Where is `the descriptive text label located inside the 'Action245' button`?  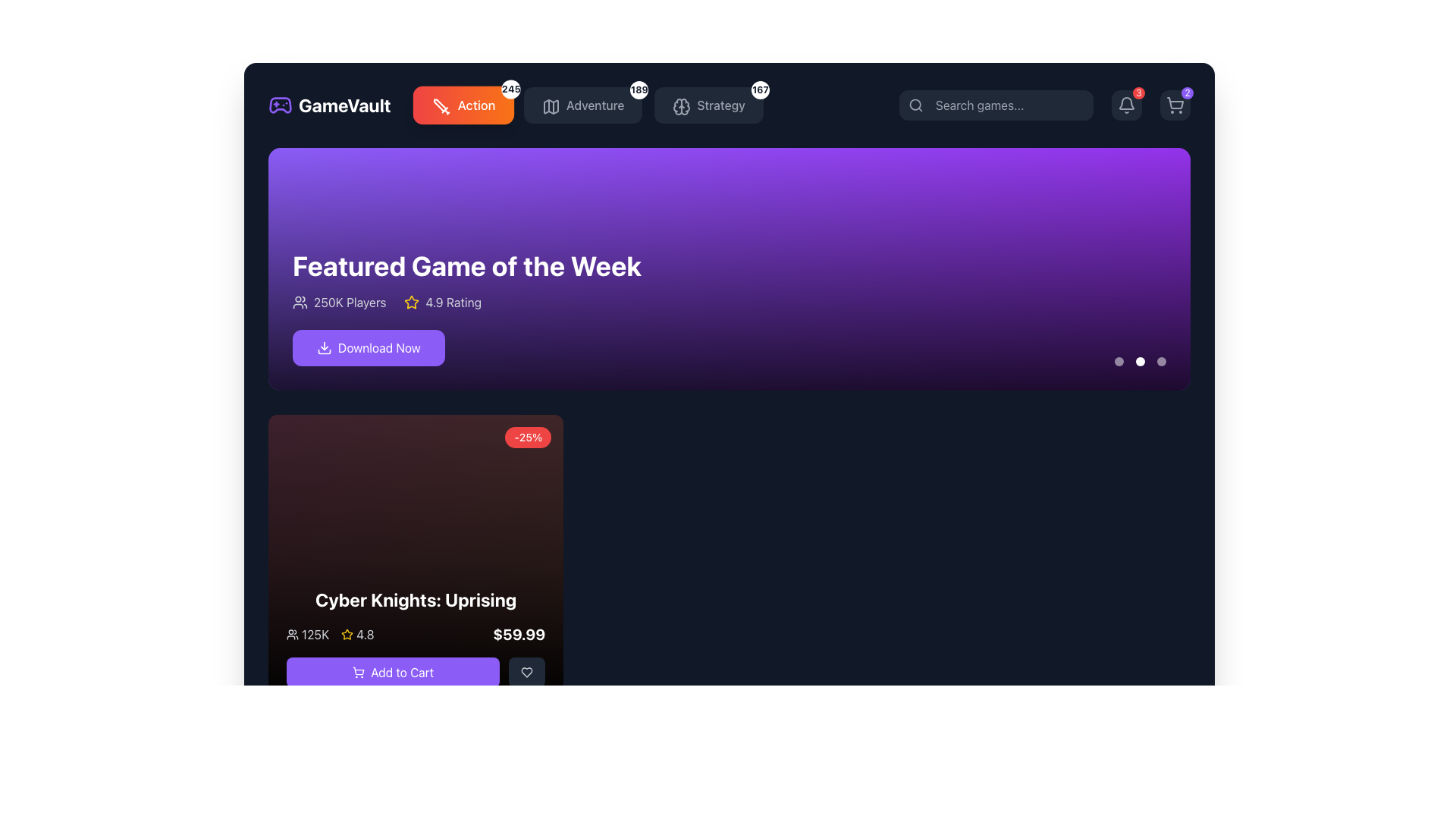
the descriptive text label located inside the 'Action245' button is located at coordinates (475, 104).